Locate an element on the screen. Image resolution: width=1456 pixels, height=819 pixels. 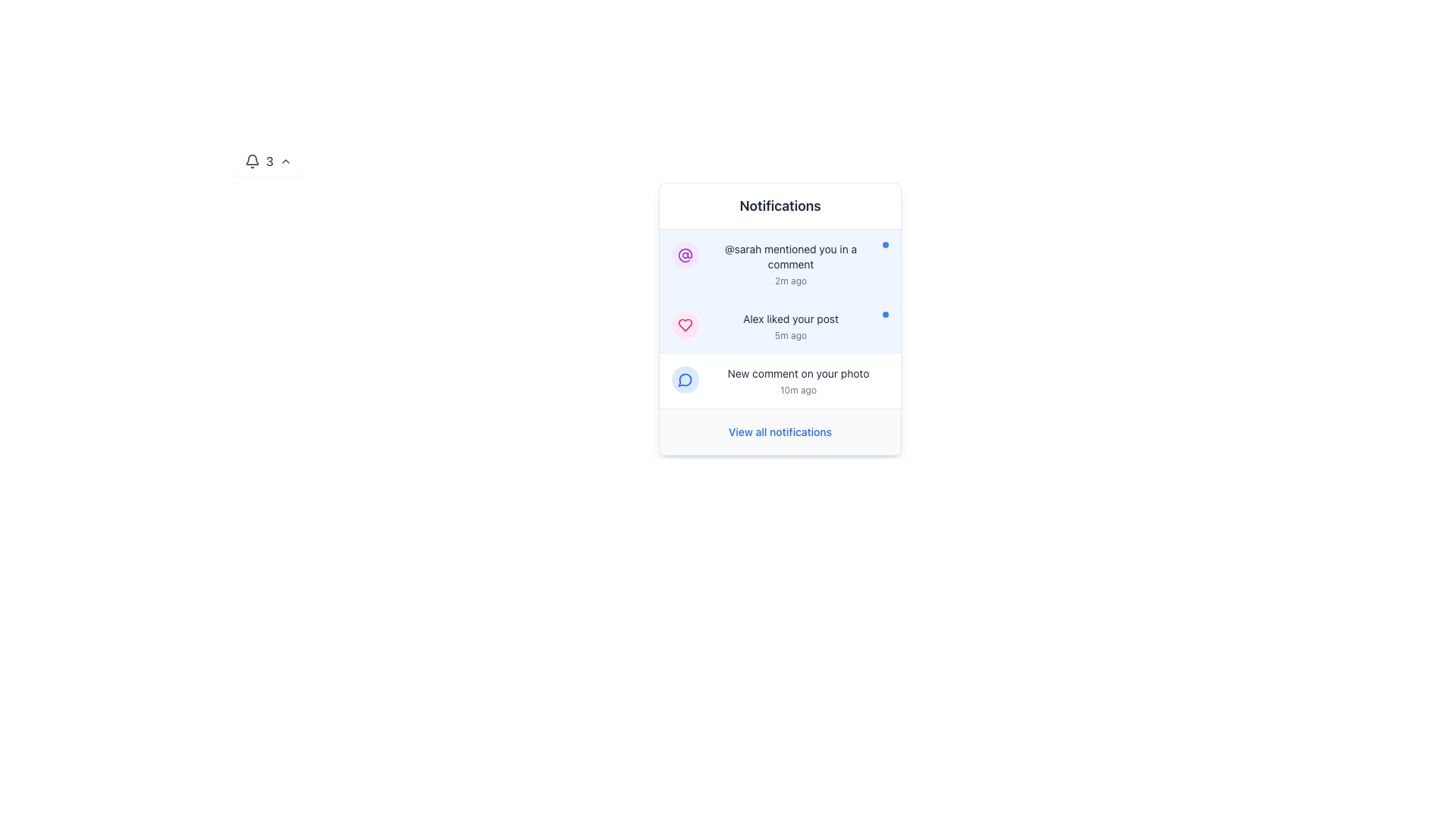
the link at the bottom of the notification dropdown panel is located at coordinates (780, 431).